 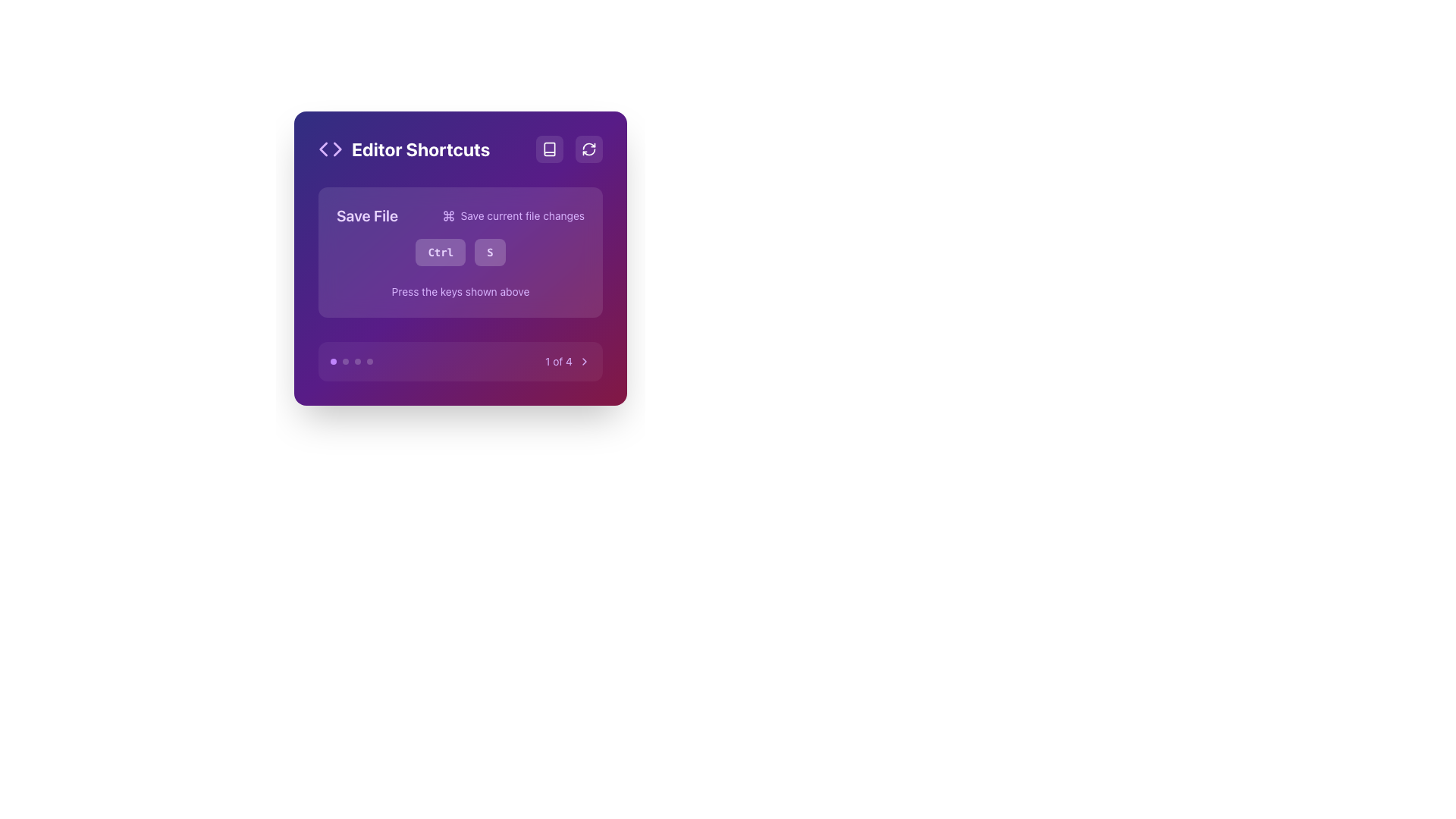 What do you see at coordinates (548, 149) in the screenshot?
I see `the icon button located in the top-right corner of the 'Editor Shortcuts' panel, which resembles a book and is slightly to the left of another icon` at bounding box center [548, 149].